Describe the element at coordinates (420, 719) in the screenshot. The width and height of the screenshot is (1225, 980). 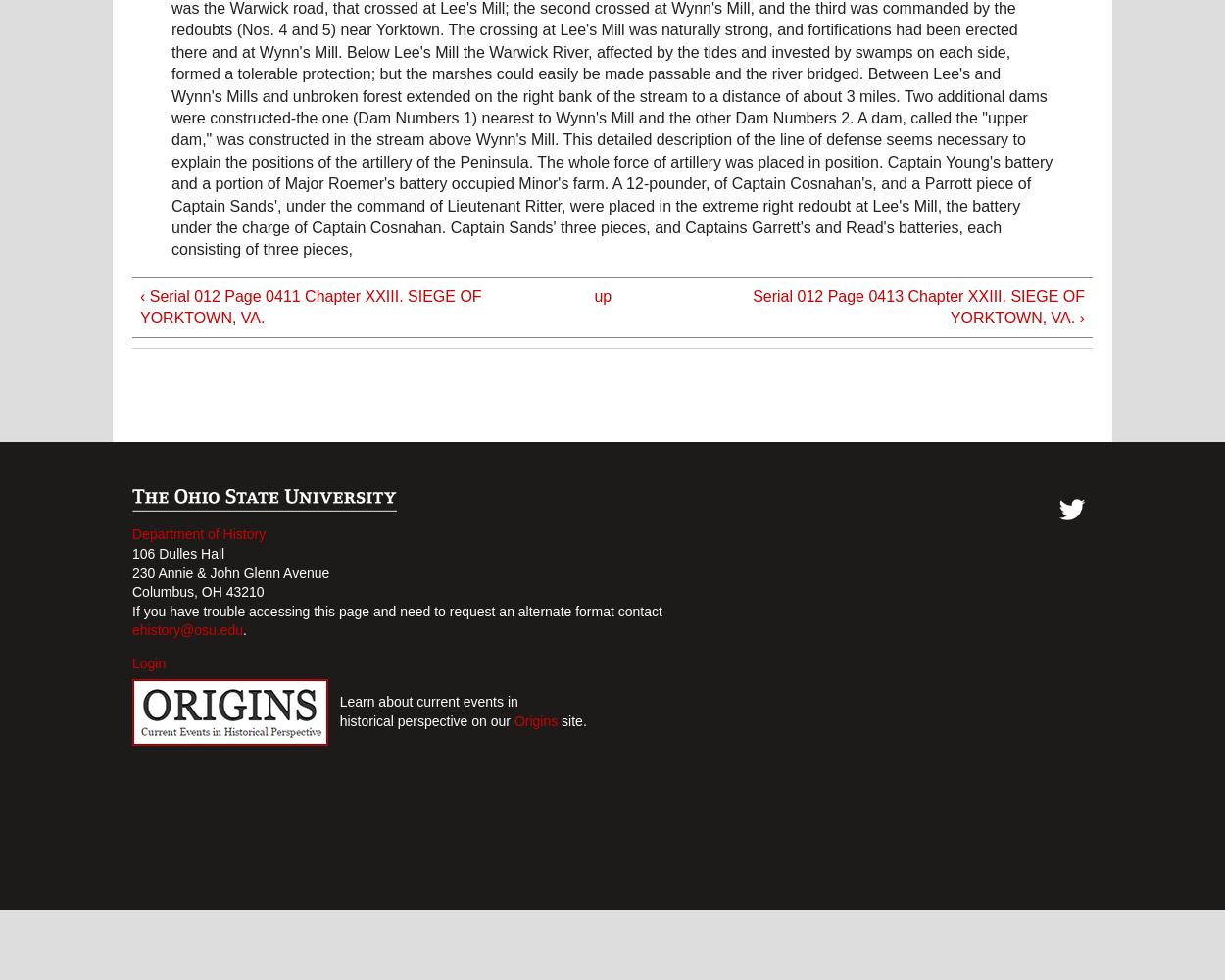
I see `'historical perspective on our'` at that location.